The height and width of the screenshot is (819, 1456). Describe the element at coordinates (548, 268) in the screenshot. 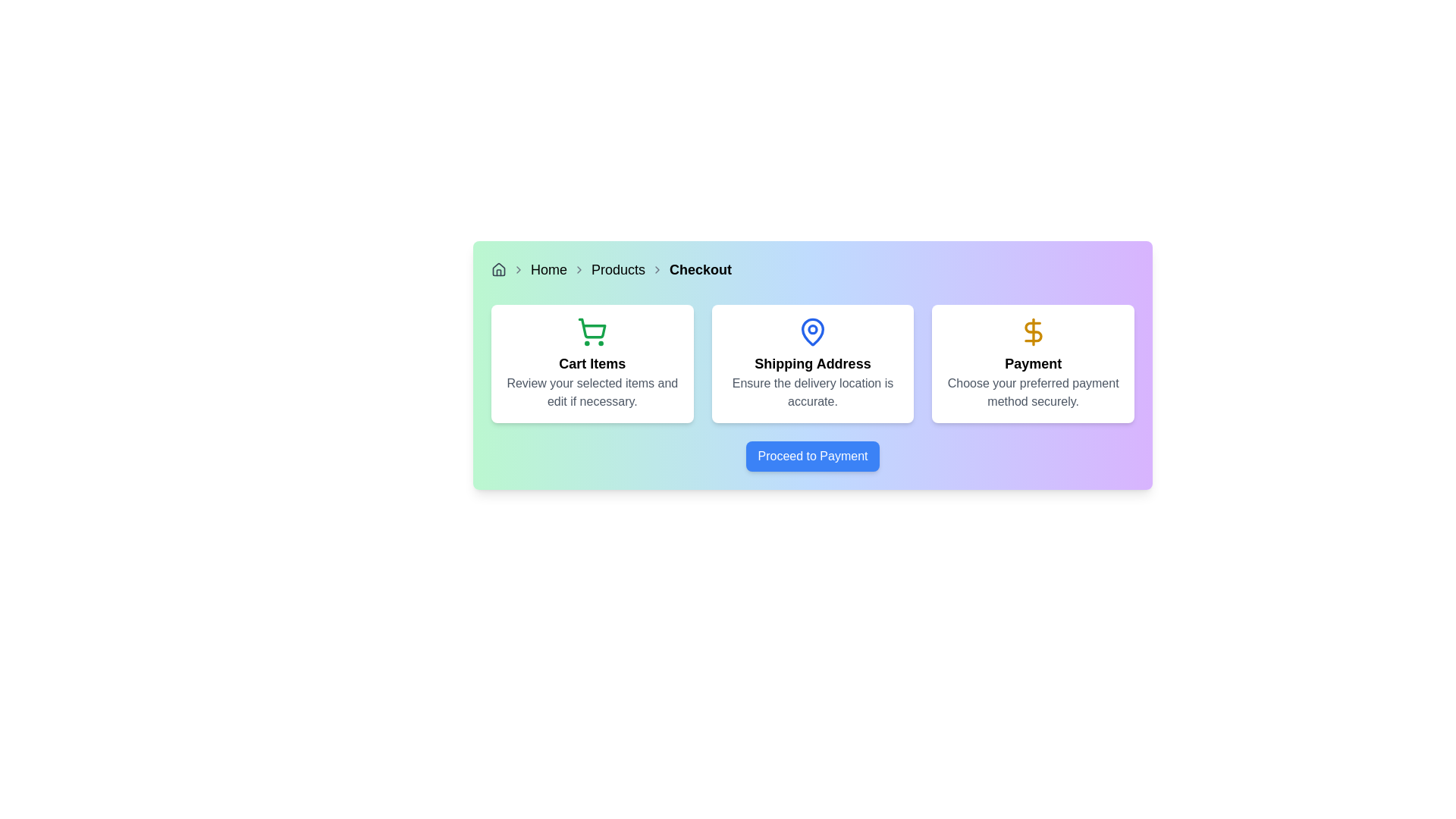

I see `the 'Home' hyperlink label in the breadcrumb navigation bar` at that location.